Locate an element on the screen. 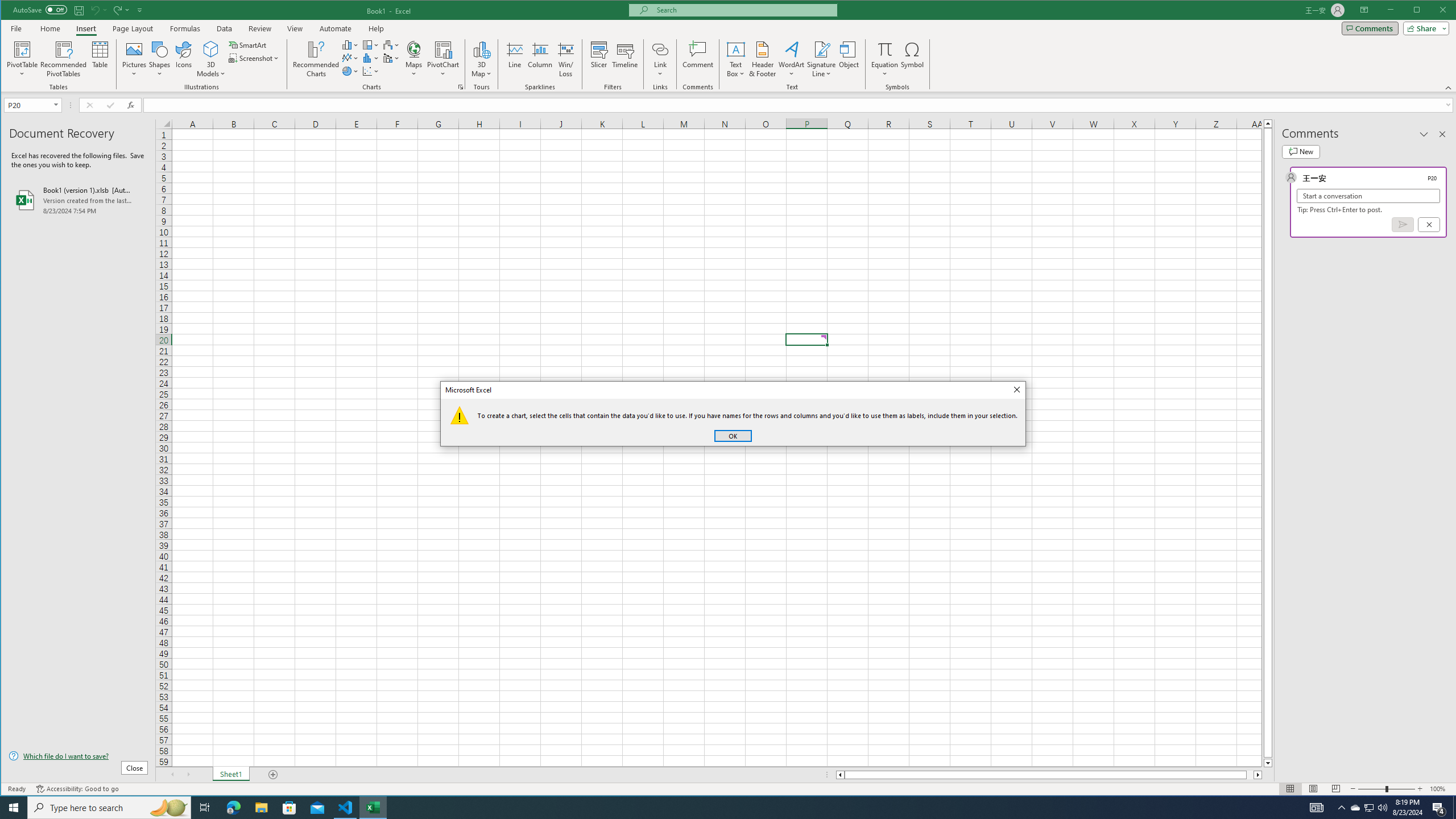 This screenshot has width=1456, height=819. 'Insert Scatter (X, Y) or Bubble Chart' is located at coordinates (371, 71).